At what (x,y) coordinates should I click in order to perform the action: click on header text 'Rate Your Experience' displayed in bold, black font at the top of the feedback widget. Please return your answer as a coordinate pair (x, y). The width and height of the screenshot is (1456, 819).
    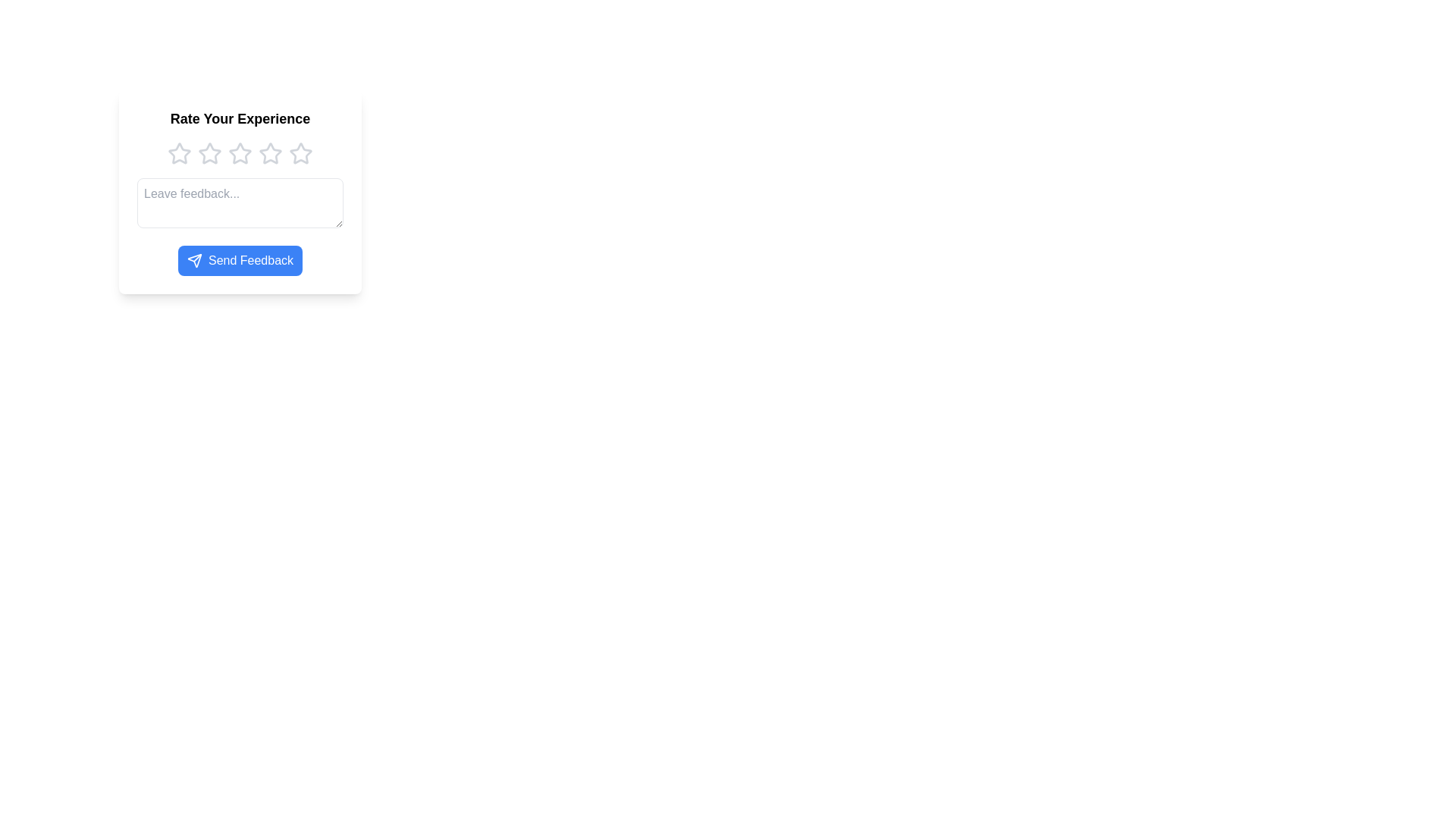
    Looking at the image, I should click on (239, 118).